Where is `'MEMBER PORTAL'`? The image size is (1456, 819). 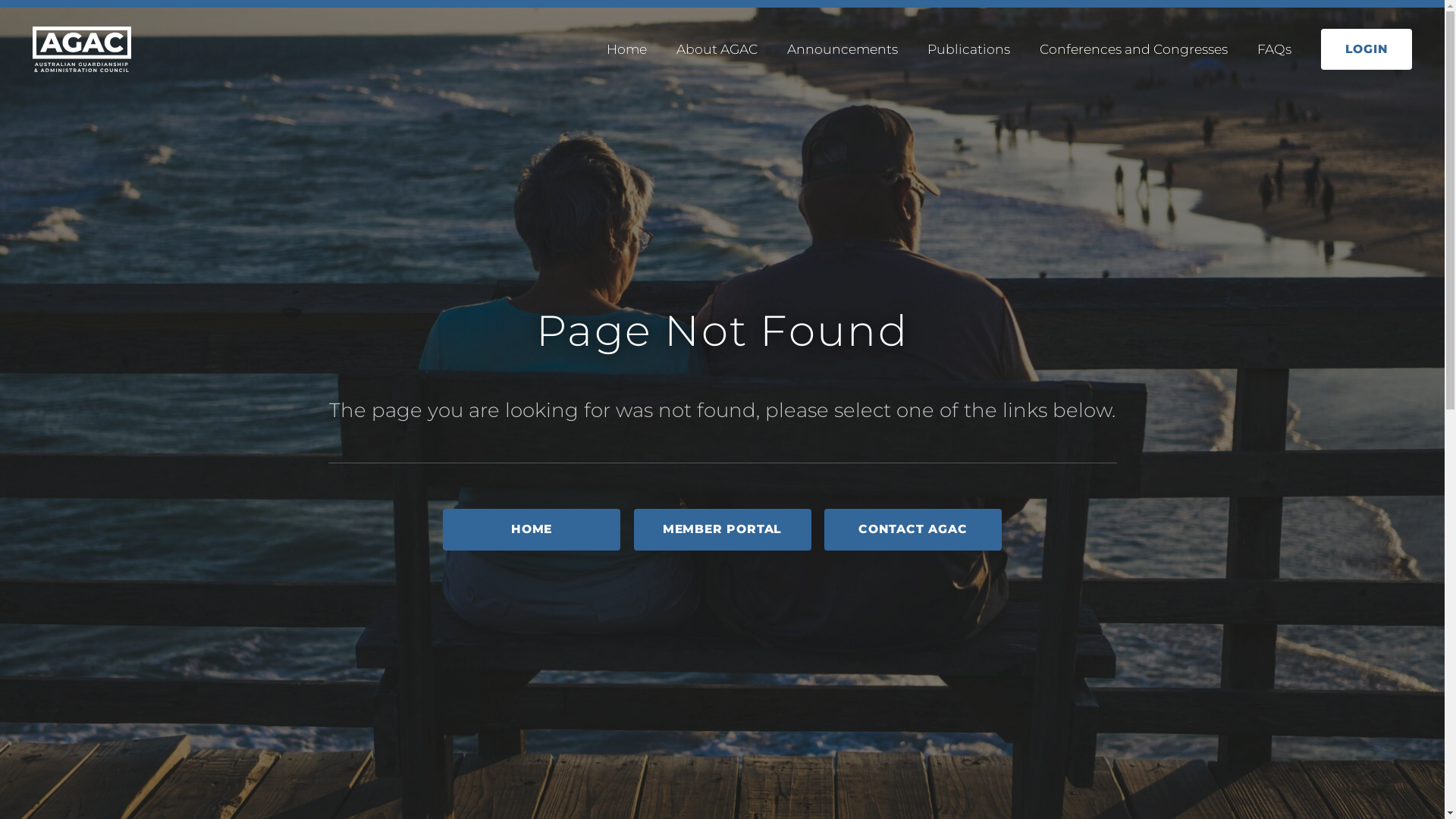
'MEMBER PORTAL' is located at coordinates (722, 529).